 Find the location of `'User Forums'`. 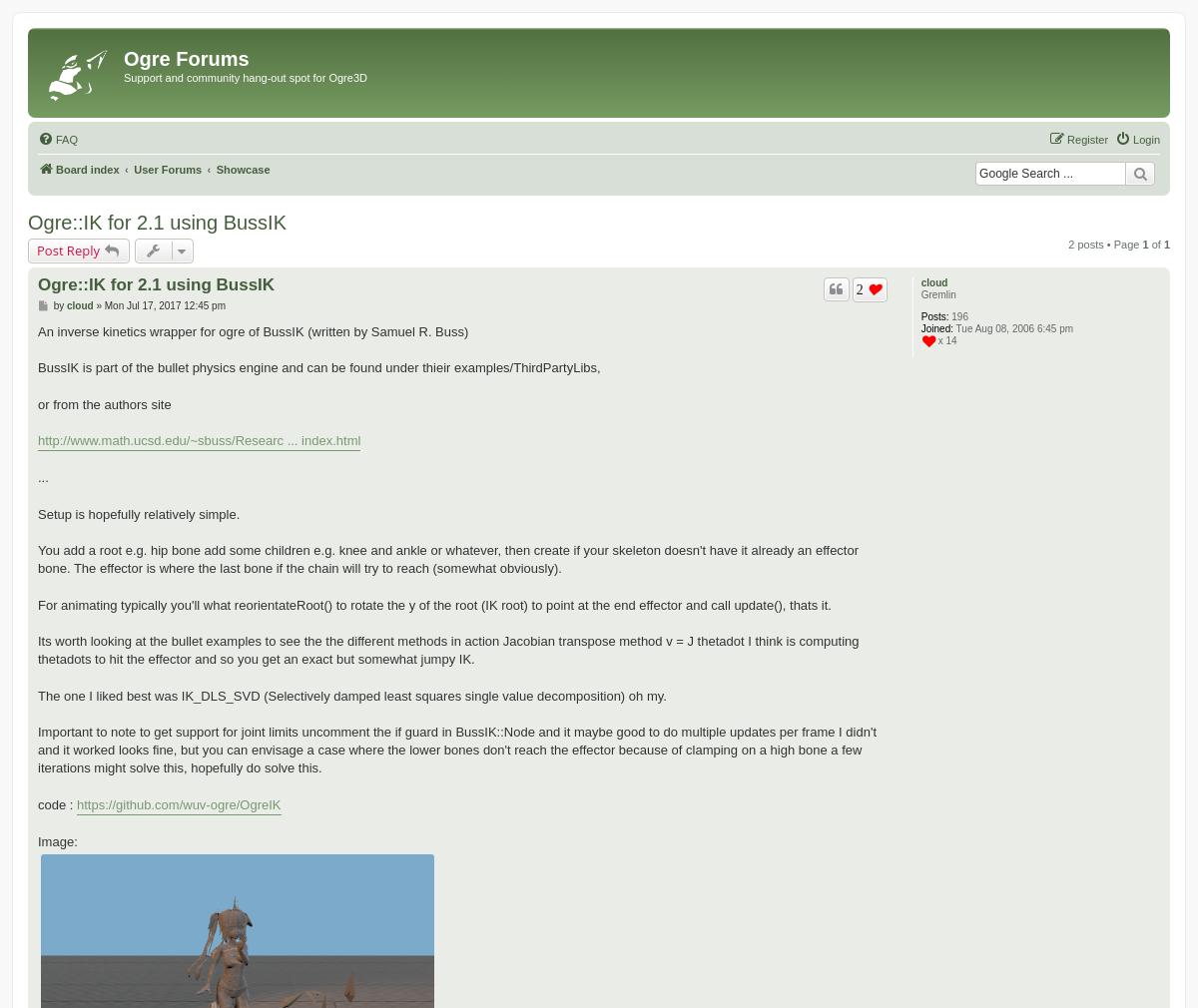

'User Forums' is located at coordinates (167, 168).